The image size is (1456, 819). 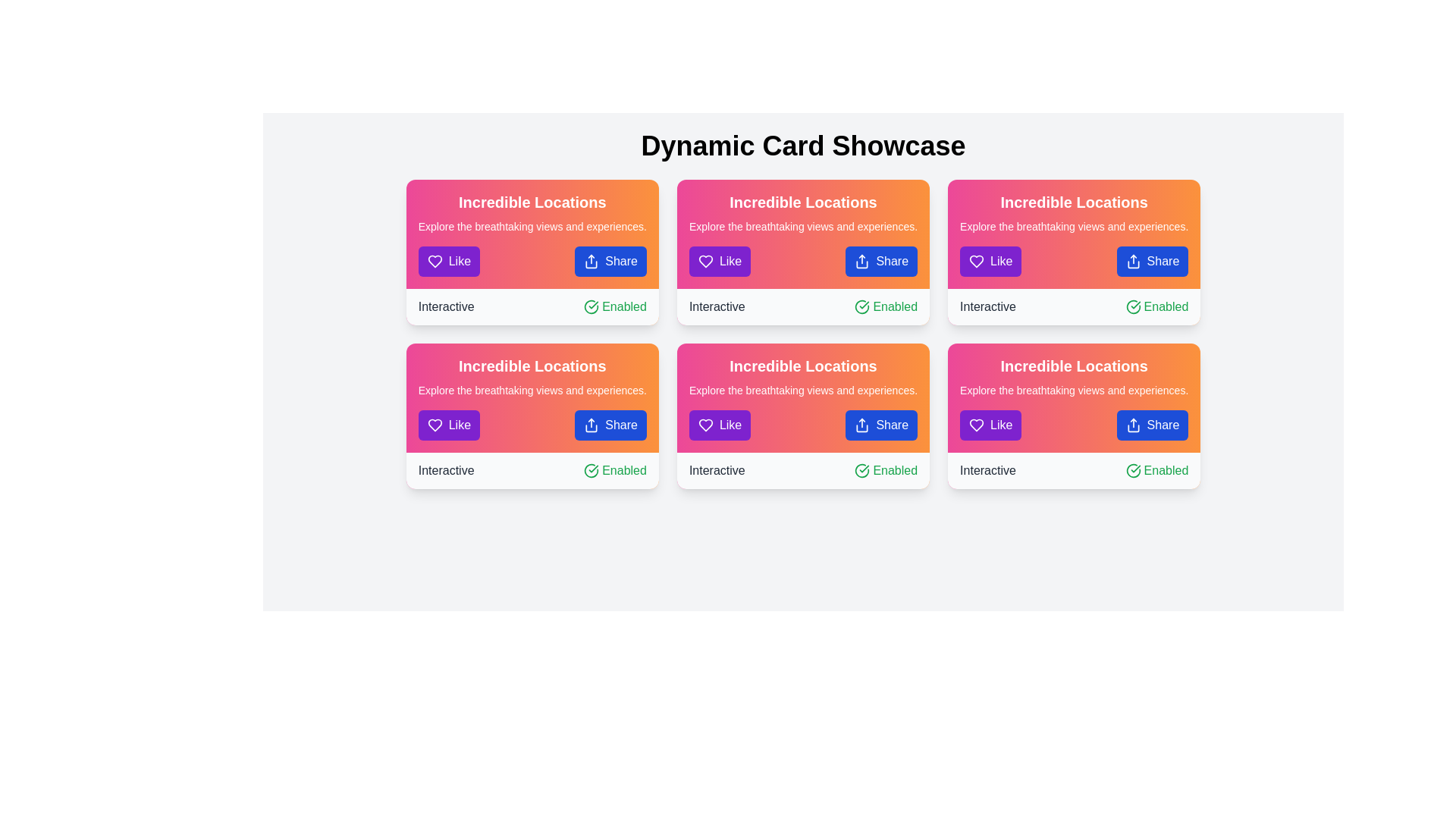 What do you see at coordinates (987, 307) in the screenshot?
I see `text label displaying 'Interactive' located below the 'Like' and 'Share' buttons in the top row of the third card from the left` at bounding box center [987, 307].